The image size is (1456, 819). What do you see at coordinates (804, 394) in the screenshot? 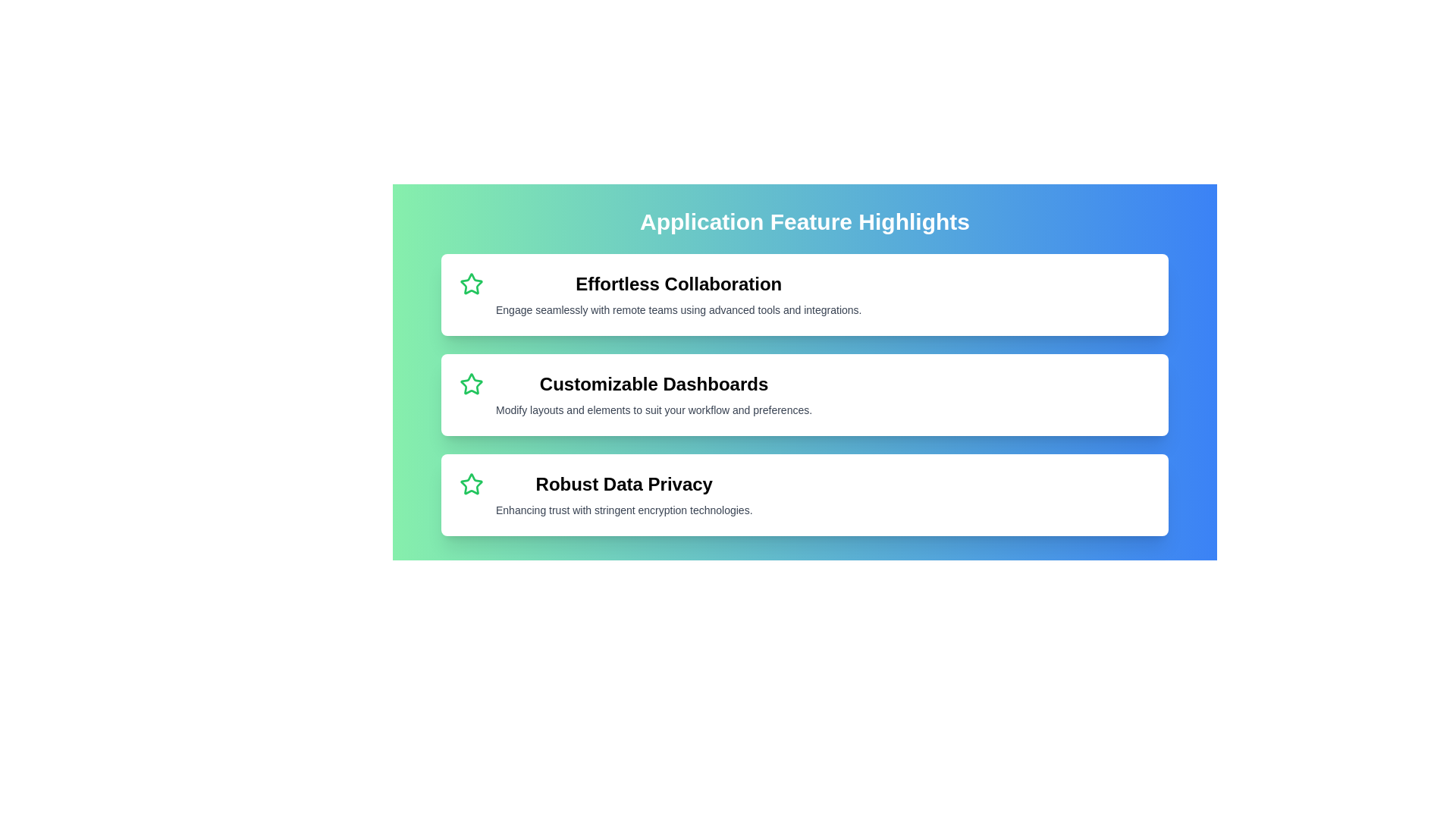
I see `the second feature item in the vertically stacked list that highlights the customizable dashboard feature, located centrally in the interface` at bounding box center [804, 394].